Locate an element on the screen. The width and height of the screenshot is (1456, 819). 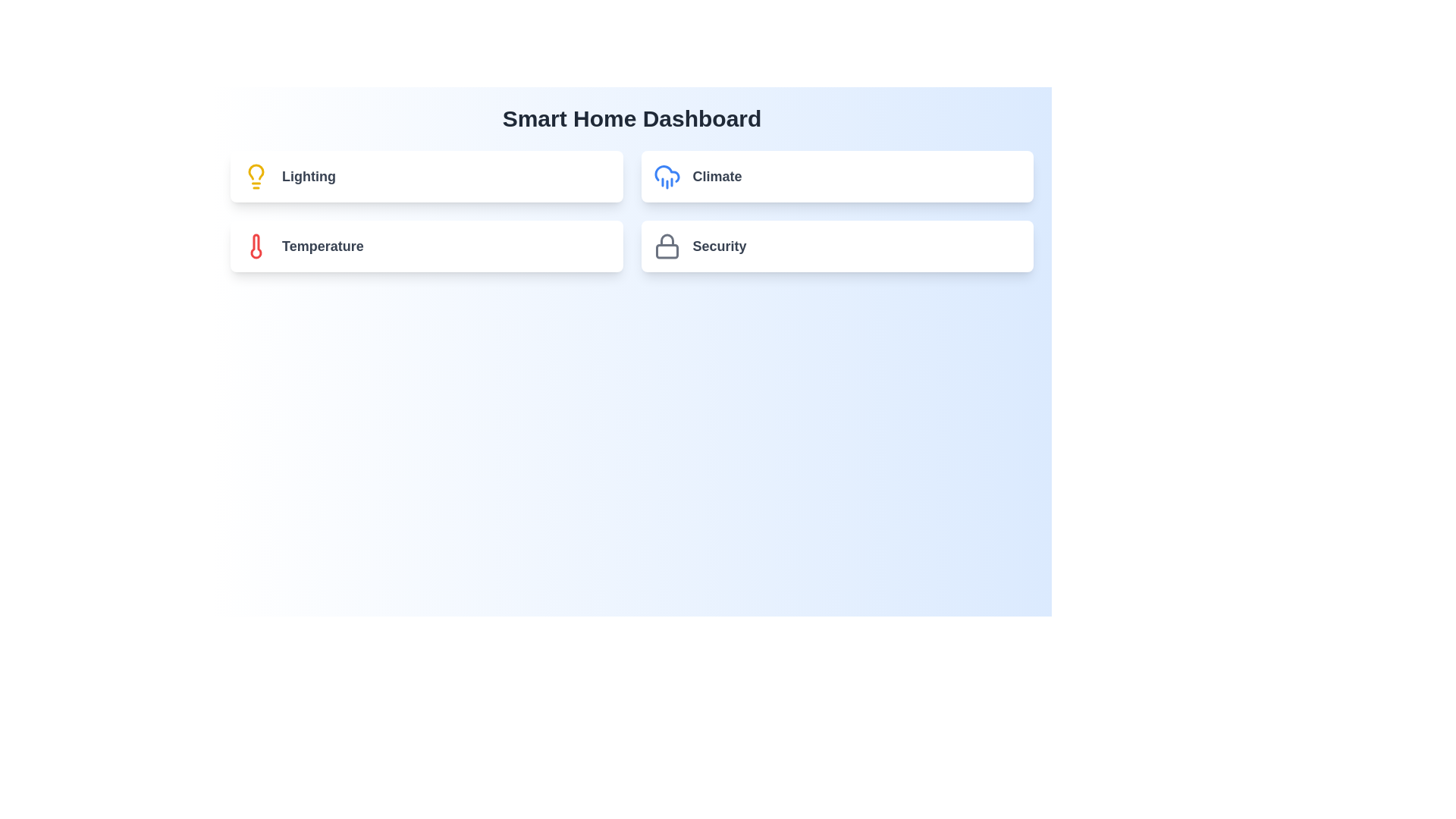
the upper part of the lightbulb icon, which is styled in yellow and located adjacent to the text 'Lighting' is located at coordinates (256, 171).